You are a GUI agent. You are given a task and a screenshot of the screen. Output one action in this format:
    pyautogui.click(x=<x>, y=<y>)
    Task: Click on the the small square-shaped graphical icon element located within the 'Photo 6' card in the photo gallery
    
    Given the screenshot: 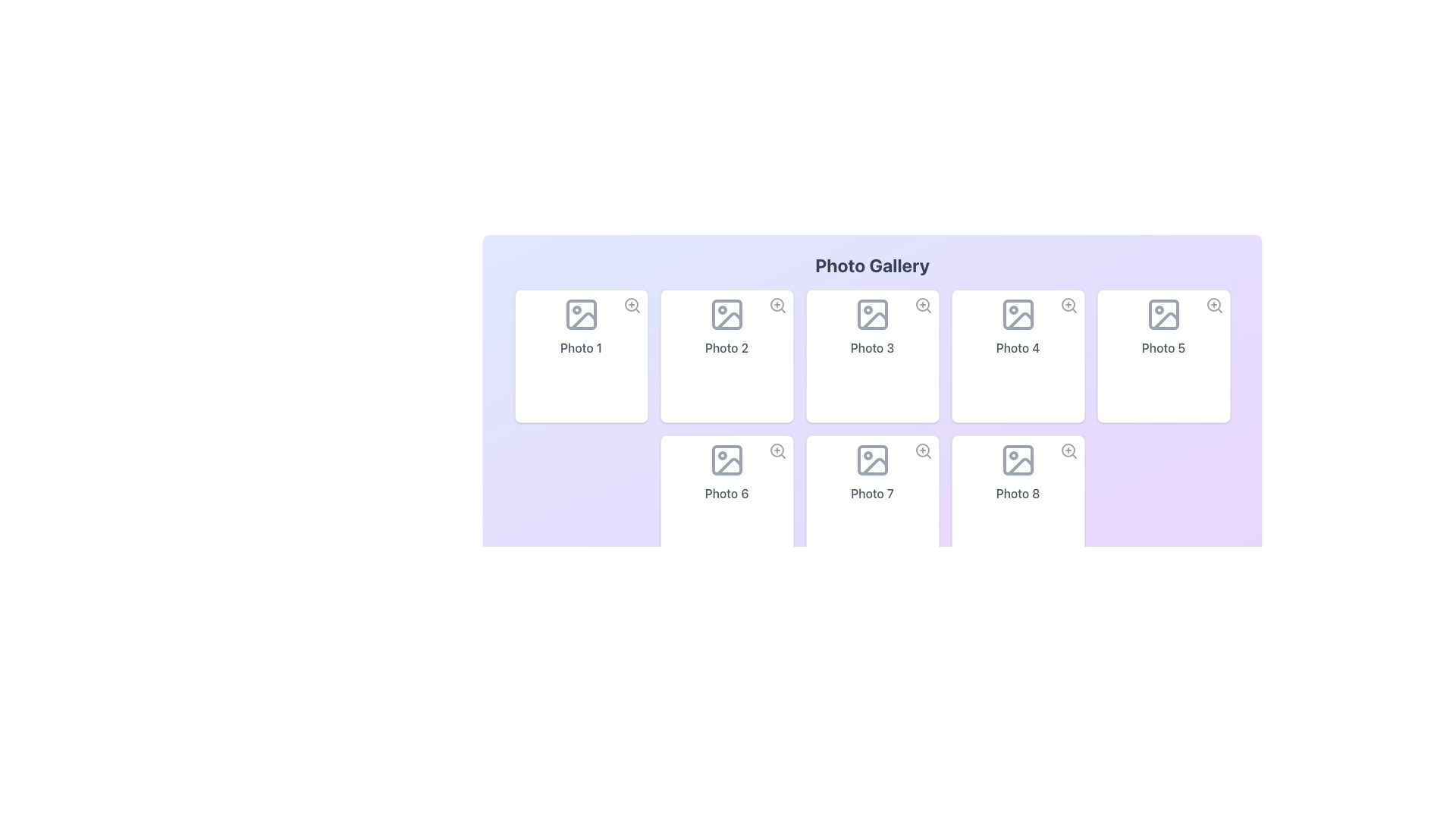 What is the action you would take?
    pyautogui.click(x=726, y=459)
    